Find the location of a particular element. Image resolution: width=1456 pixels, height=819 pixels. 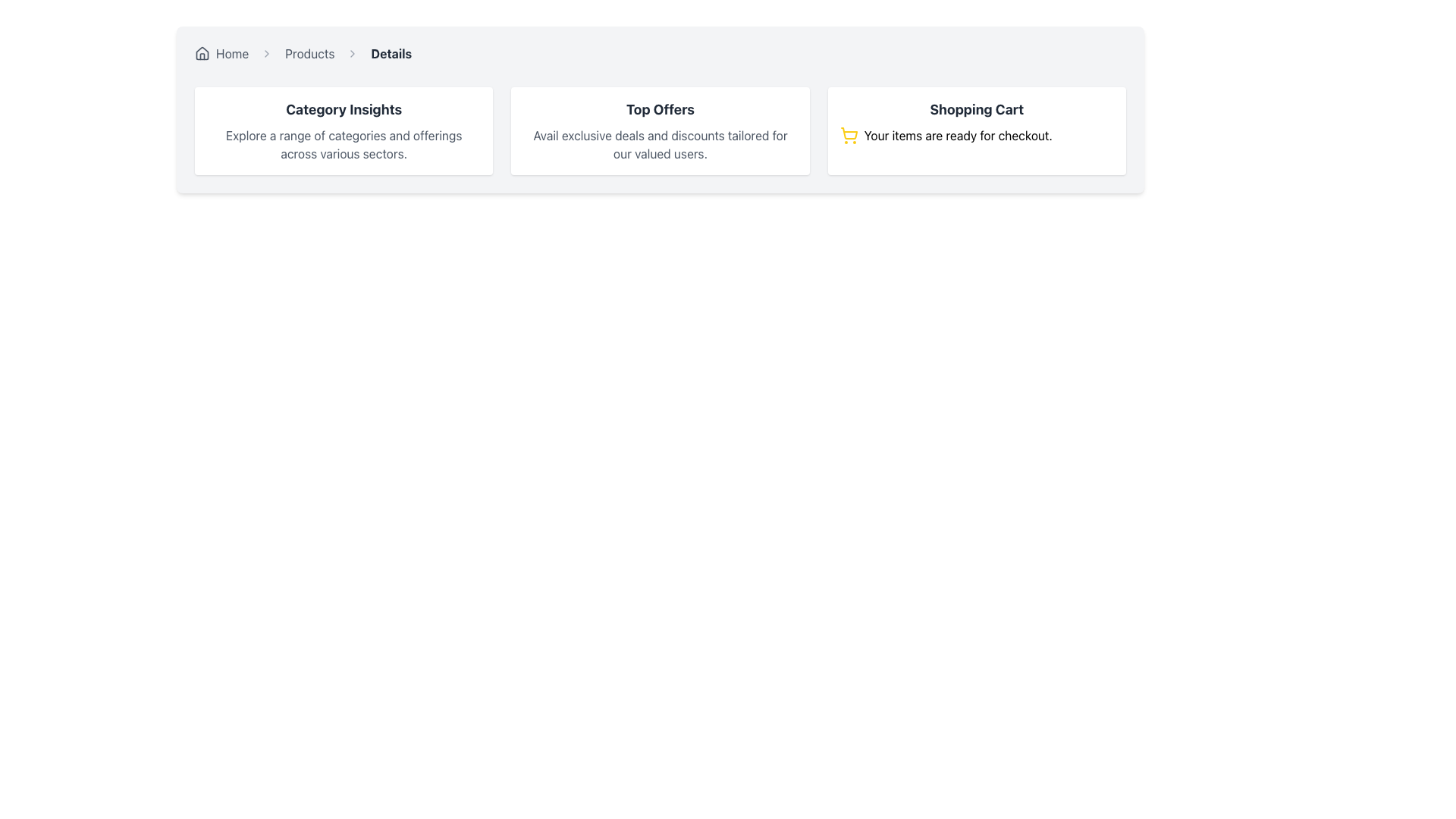

the home icon in the breadcrumb navigation bar is located at coordinates (202, 52).